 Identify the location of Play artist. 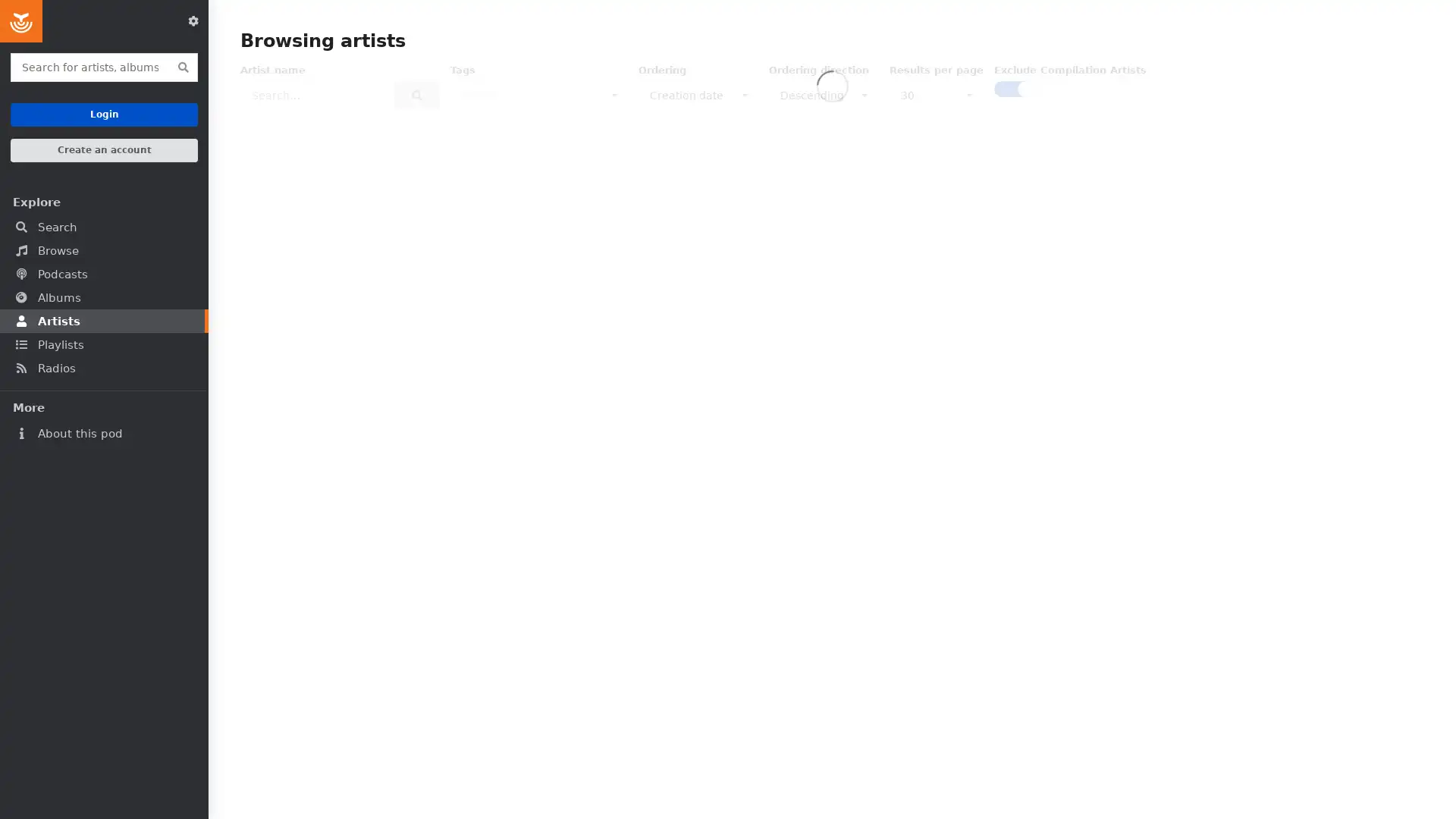
(1189, 259).